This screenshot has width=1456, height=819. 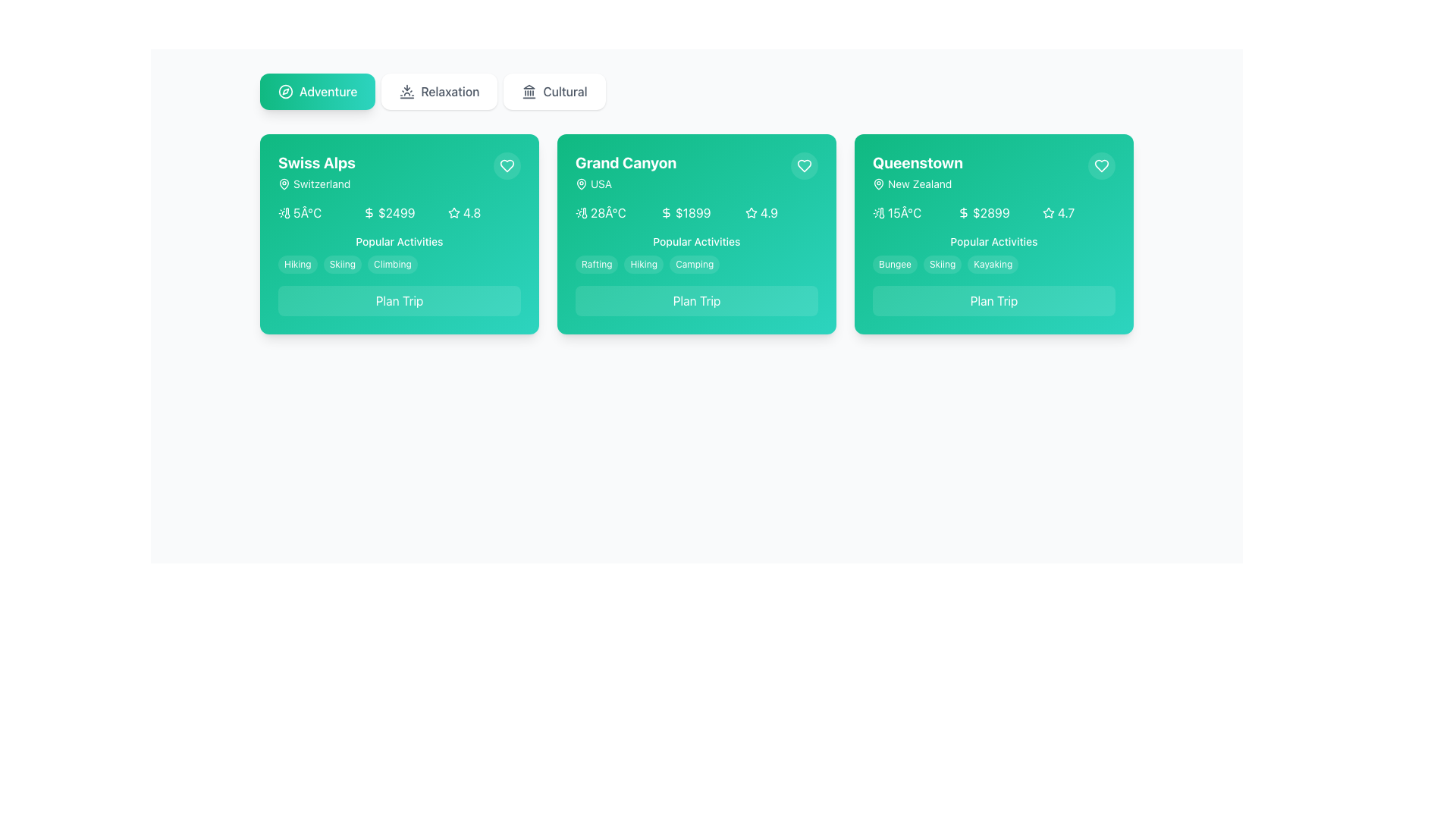 I want to click on the text '28Â°C' with the thermometer icon in the upper left section of the 'Grand Canyon' card, so click(x=611, y=213).